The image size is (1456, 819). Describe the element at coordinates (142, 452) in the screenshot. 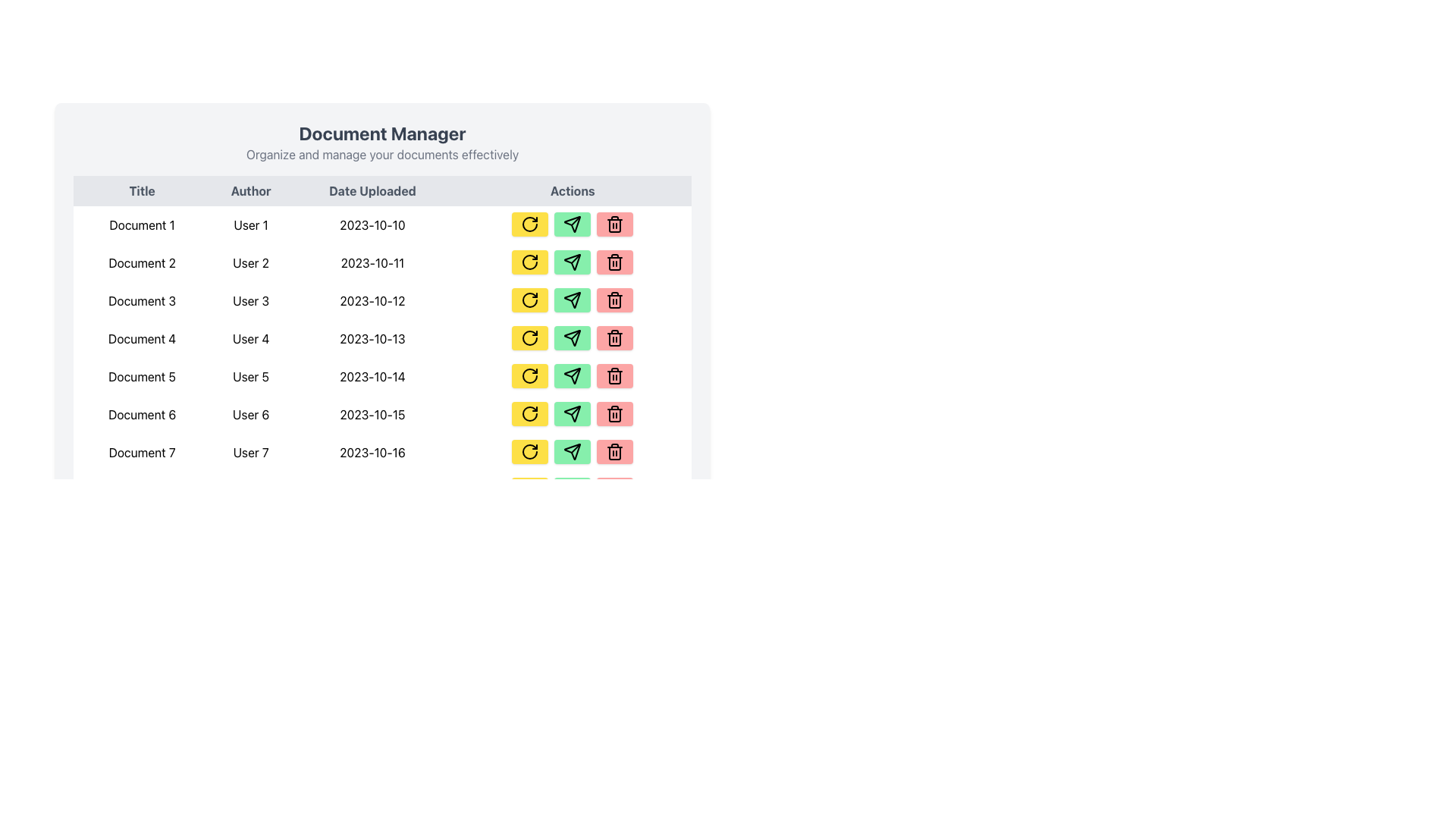

I see `the text label in the leftmost section of the last row of the data table, which identifies a specific document entry` at that location.